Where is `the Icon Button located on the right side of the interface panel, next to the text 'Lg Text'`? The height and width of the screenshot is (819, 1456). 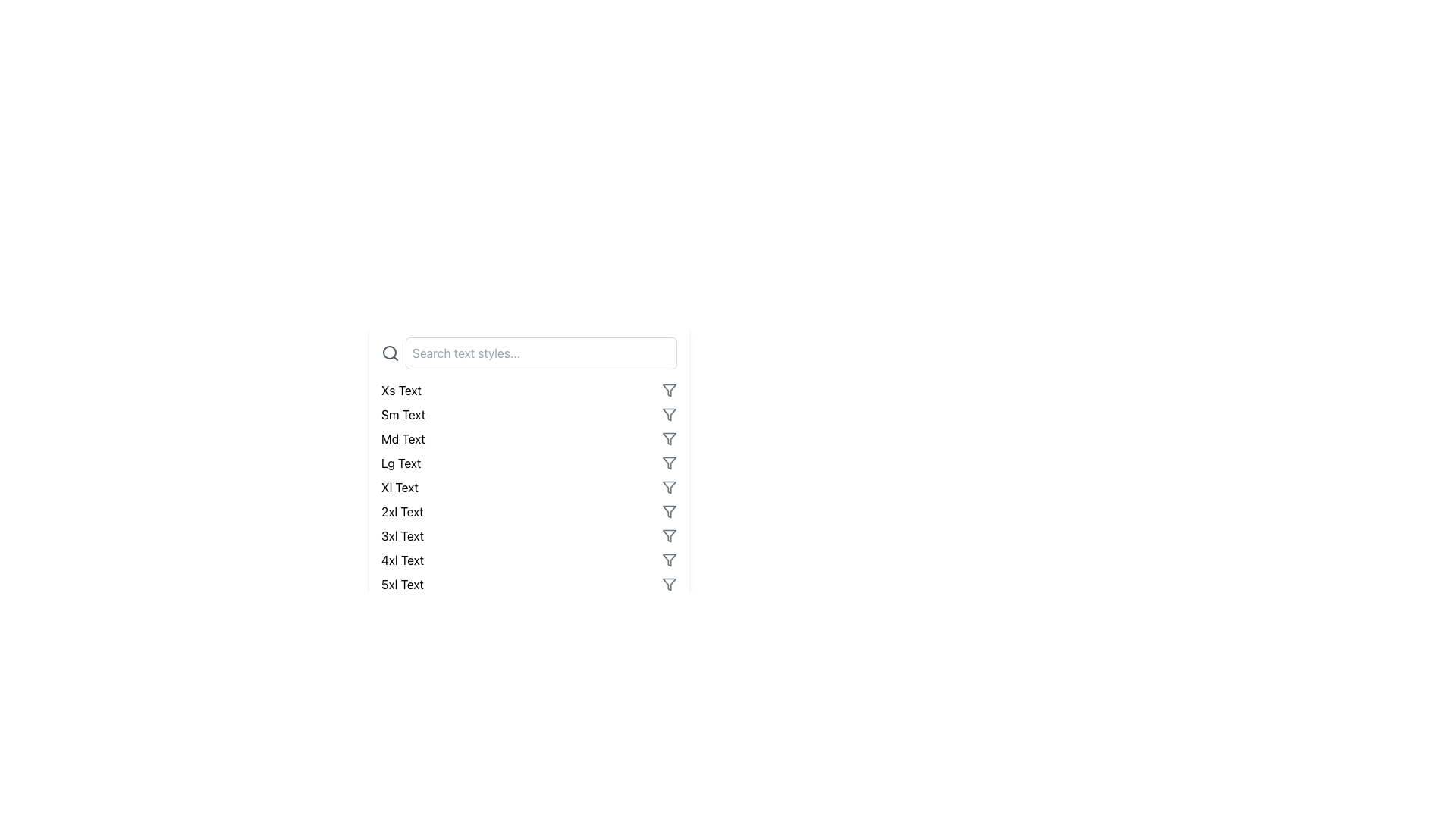 the Icon Button located on the right side of the interface panel, next to the text 'Lg Text' is located at coordinates (669, 462).